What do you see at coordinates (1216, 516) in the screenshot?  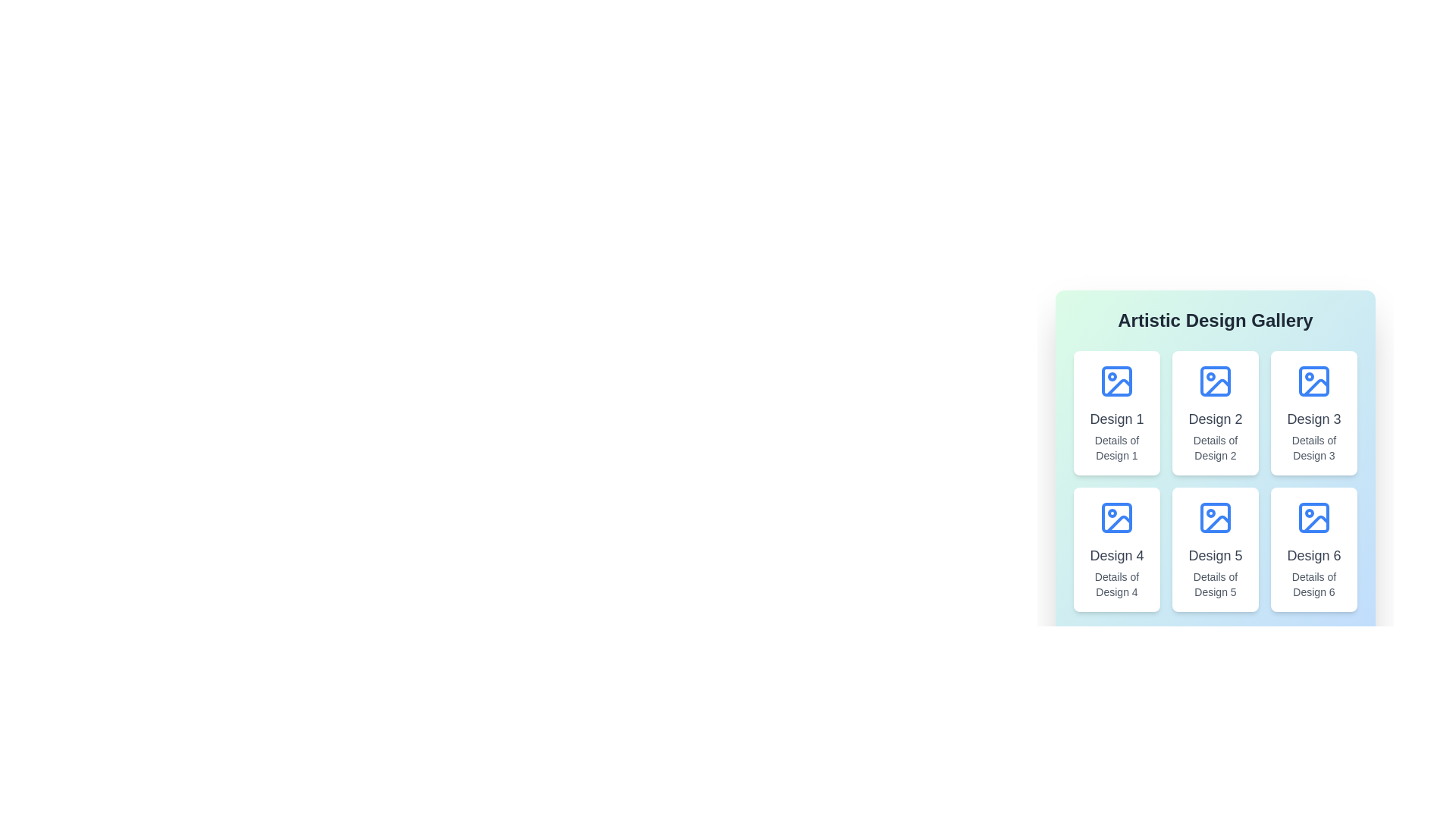 I see `the design card icon labeled 'Design 5' located in the top region of the card in the artistic design gallery` at bounding box center [1216, 516].